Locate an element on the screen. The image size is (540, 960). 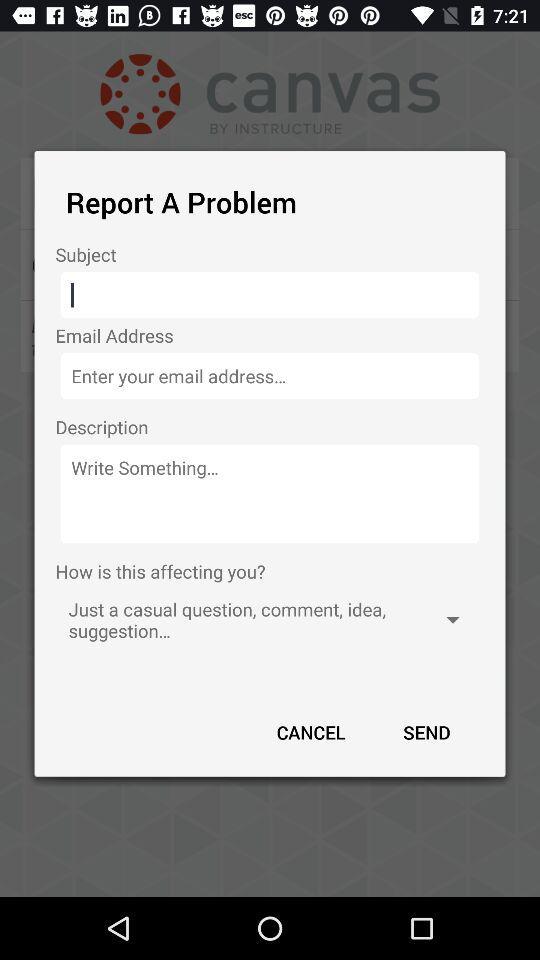
the send item is located at coordinates (425, 731).